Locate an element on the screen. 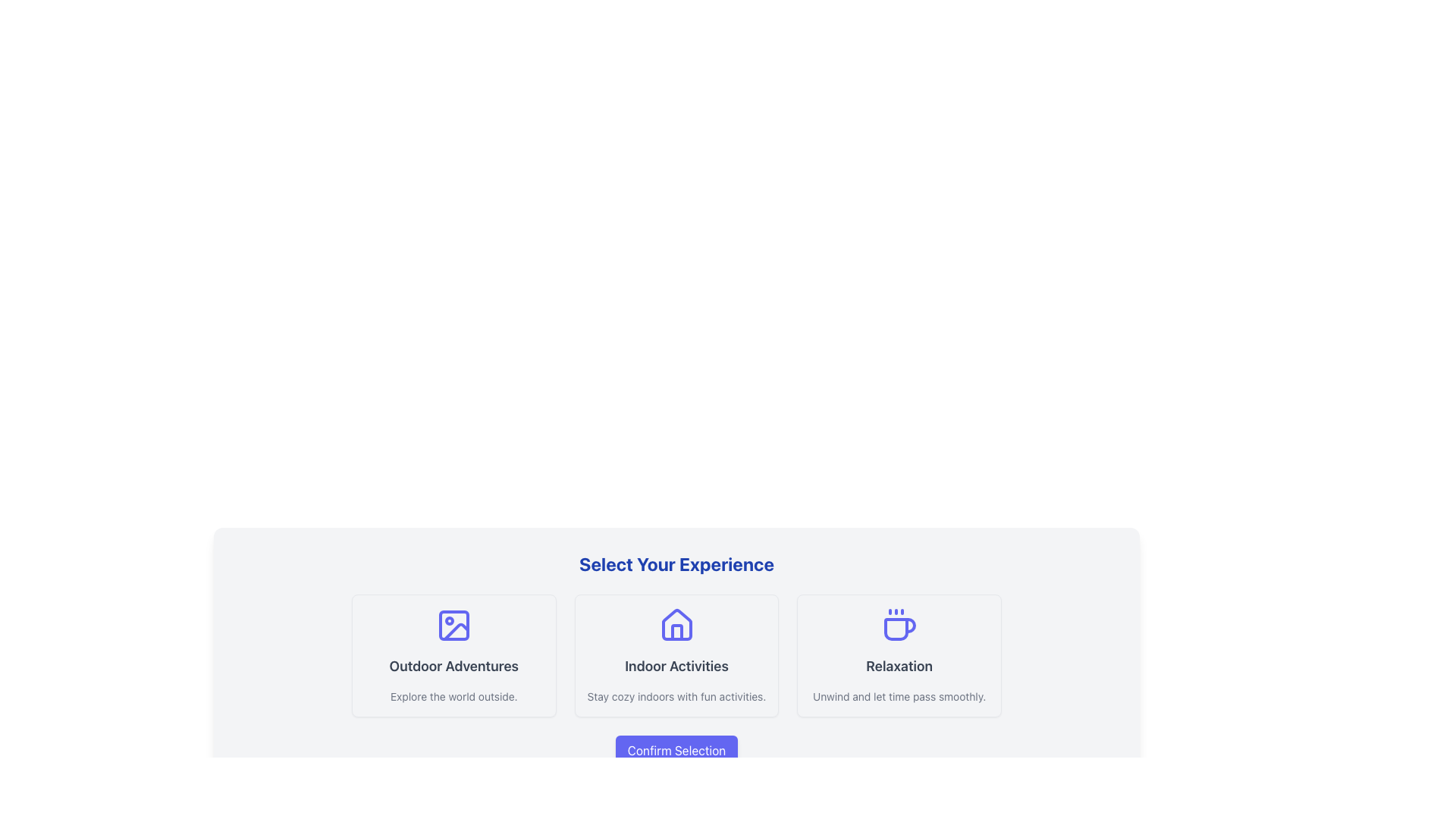 The image size is (1456, 819). the coffee cup icon with three steam lines above it, which is associated with the 'Relaxation' option in the selection interface is located at coordinates (899, 626).